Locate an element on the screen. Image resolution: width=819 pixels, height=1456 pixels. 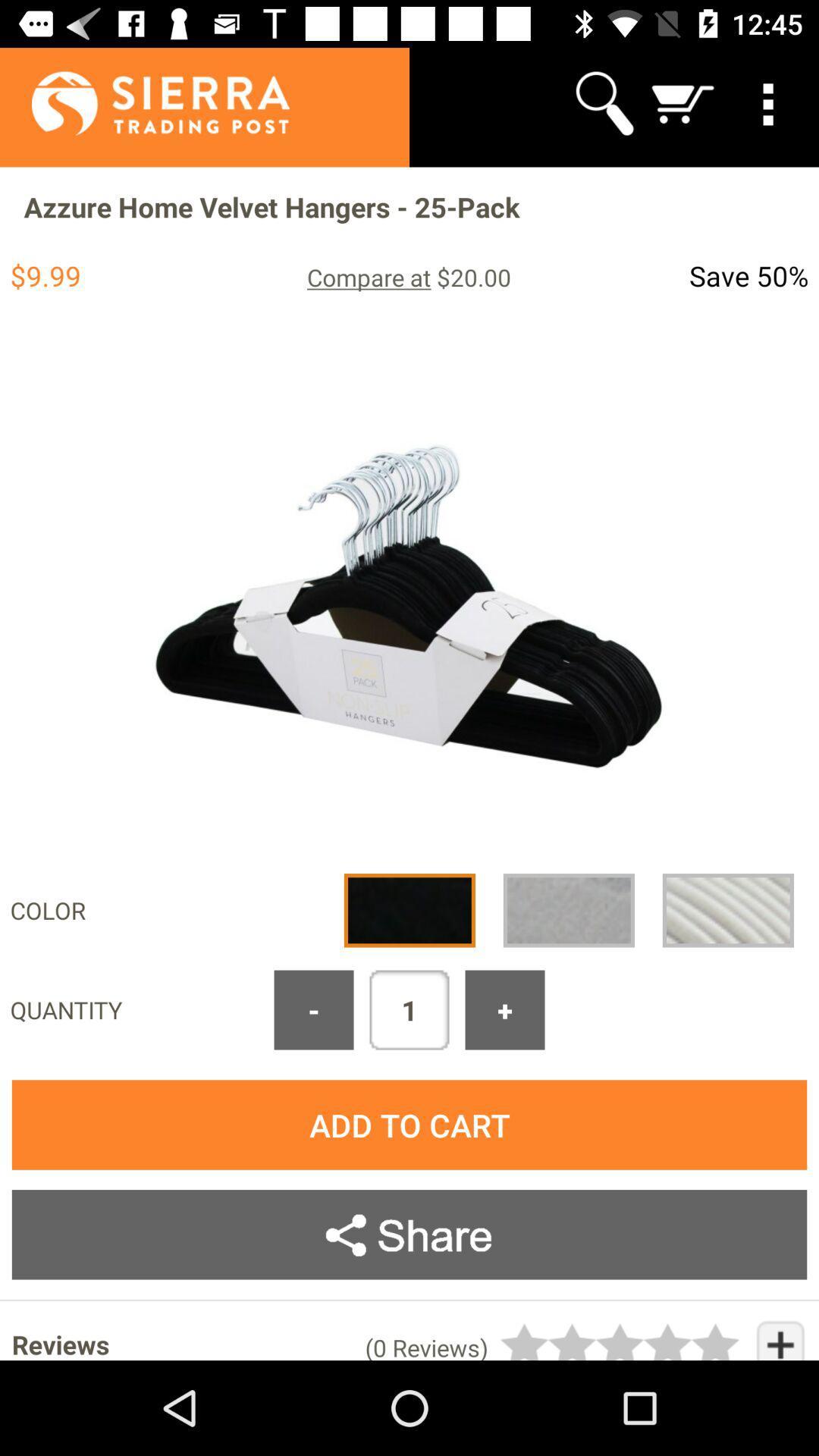
share with others is located at coordinates (409, 1235).